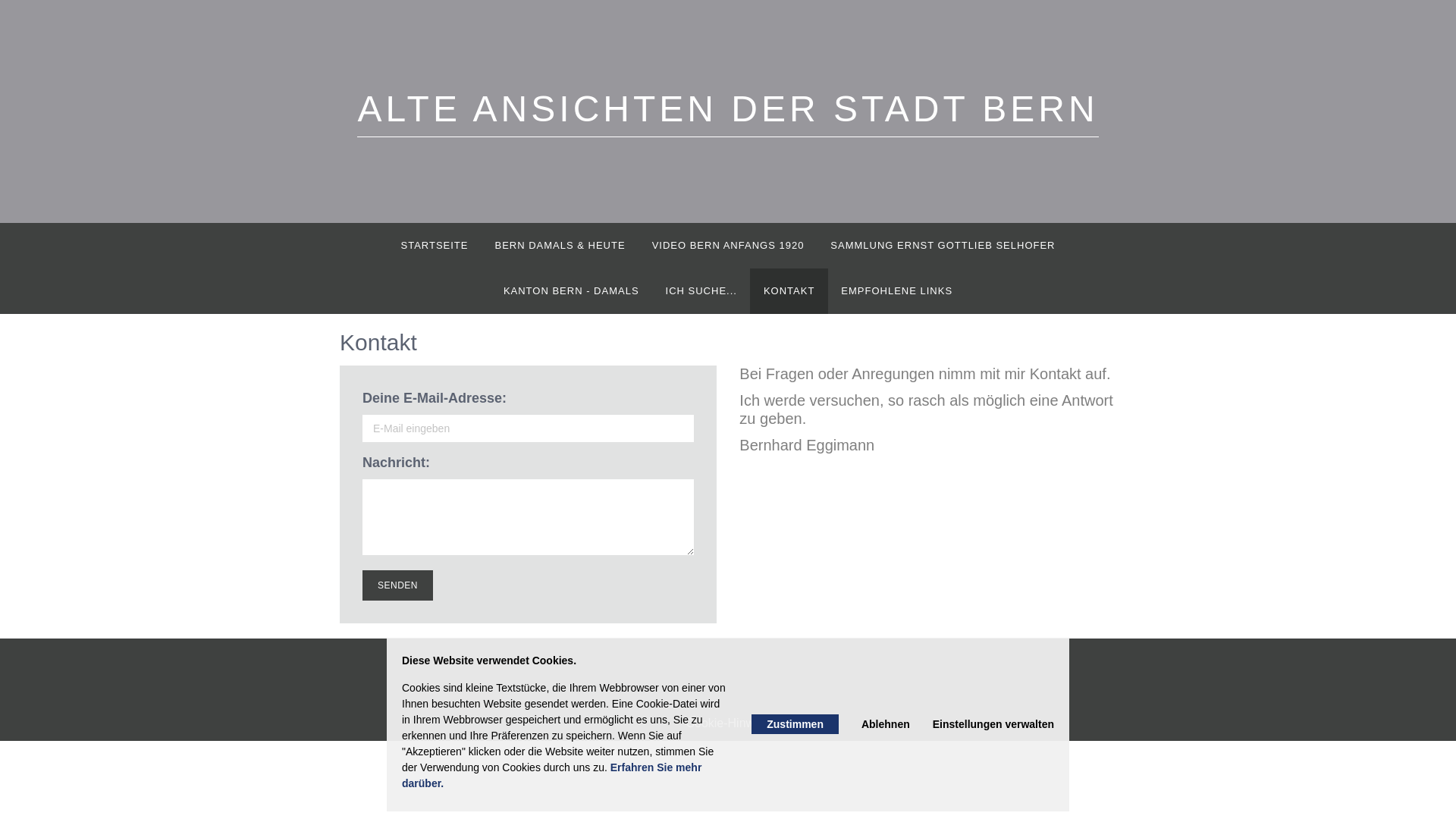  What do you see at coordinates (794, 723) in the screenshot?
I see `'Zustimmen'` at bounding box center [794, 723].